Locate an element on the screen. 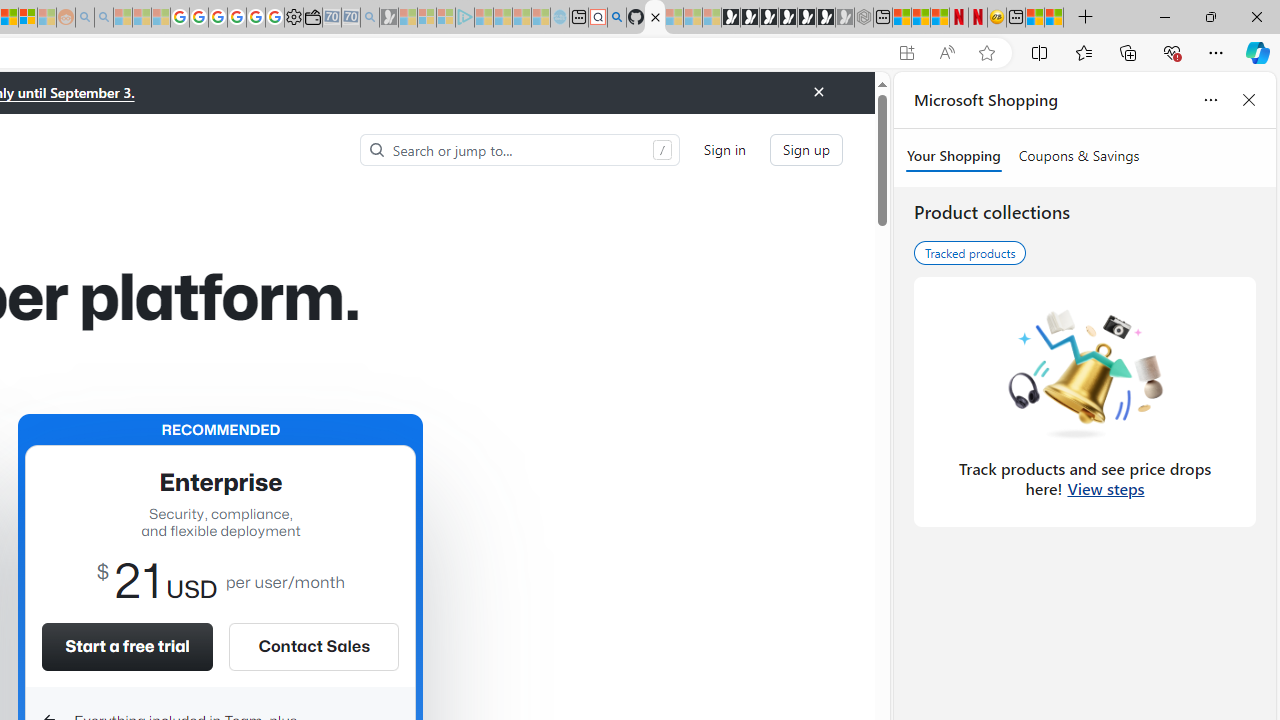 The width and height of the screenshot is (1280, 720). 'Start a free trial' is located at coordinates (126, 646).